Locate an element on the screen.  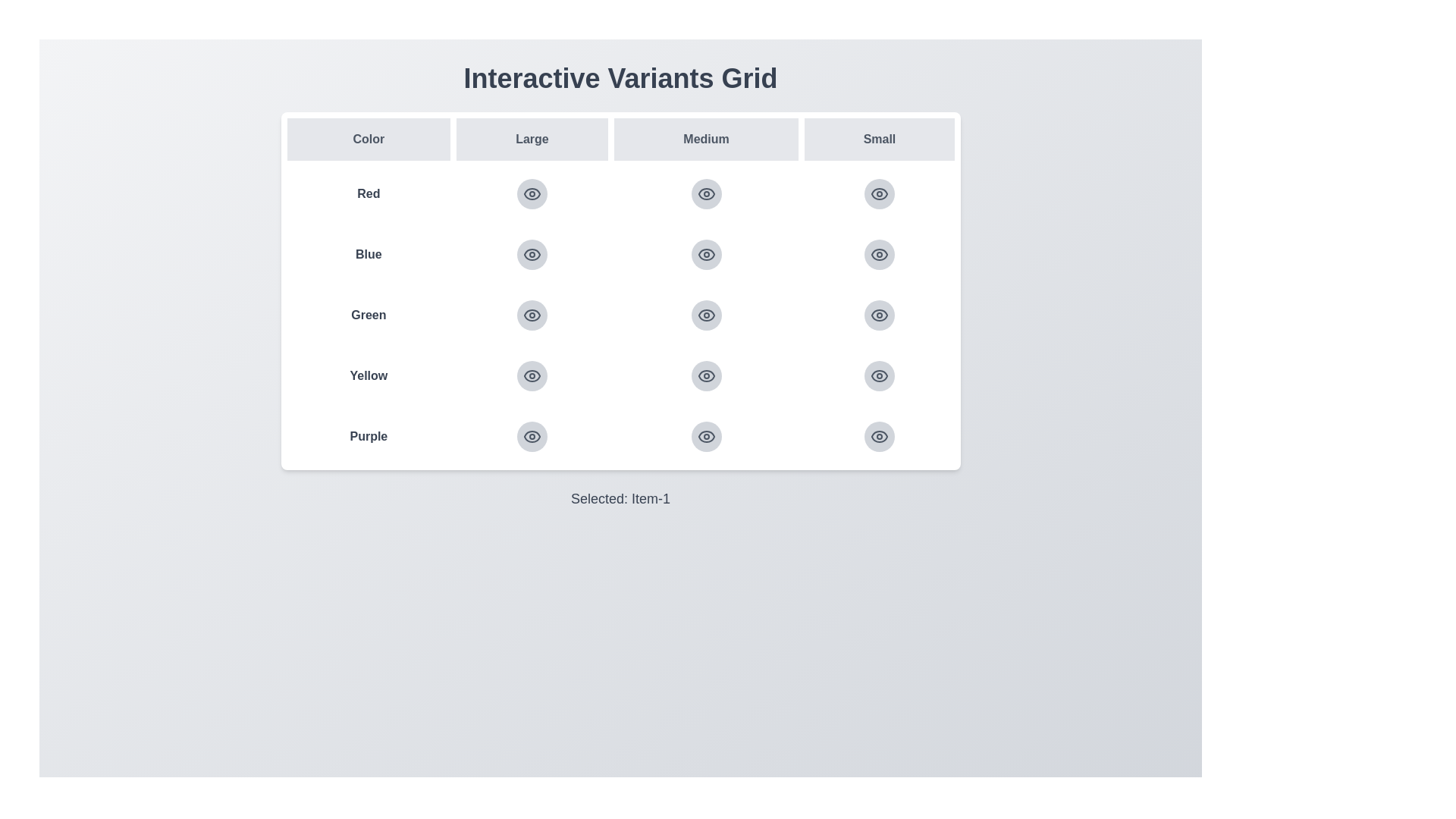
the eye icon located in the last row under the 'Small' header, styled with thin gray line strokes for accessibility is located at coordinates (880, 375).